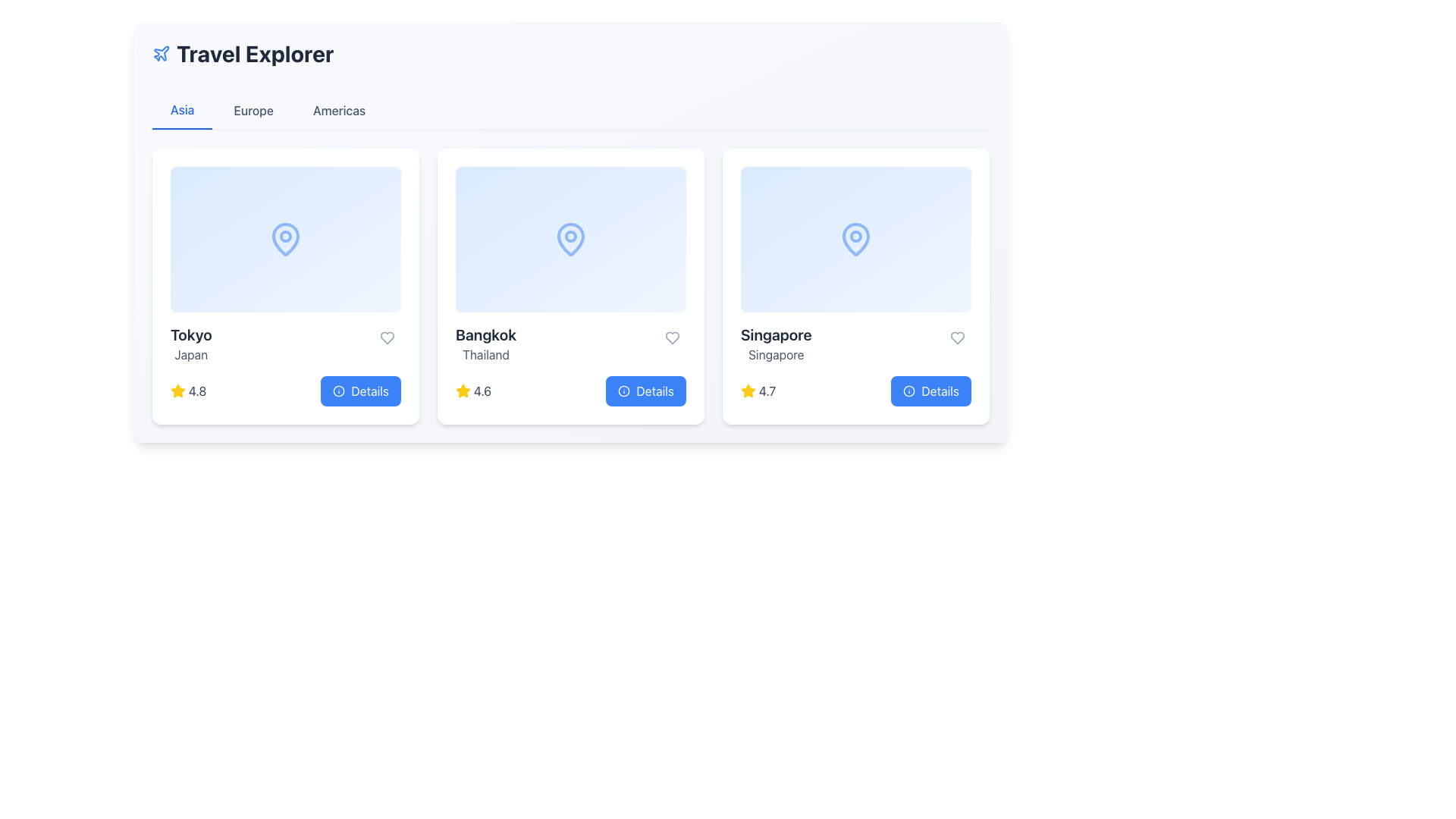 The height and width of the screenshot is (819, 1456). What do you see at coordinates (387, 337) in the screenshot?
I see `the heart-shaped icon outlined in muted slate color located at the top-right corner of the card representing 'Tokyo, Japan'` at bounding box center [387, 337].